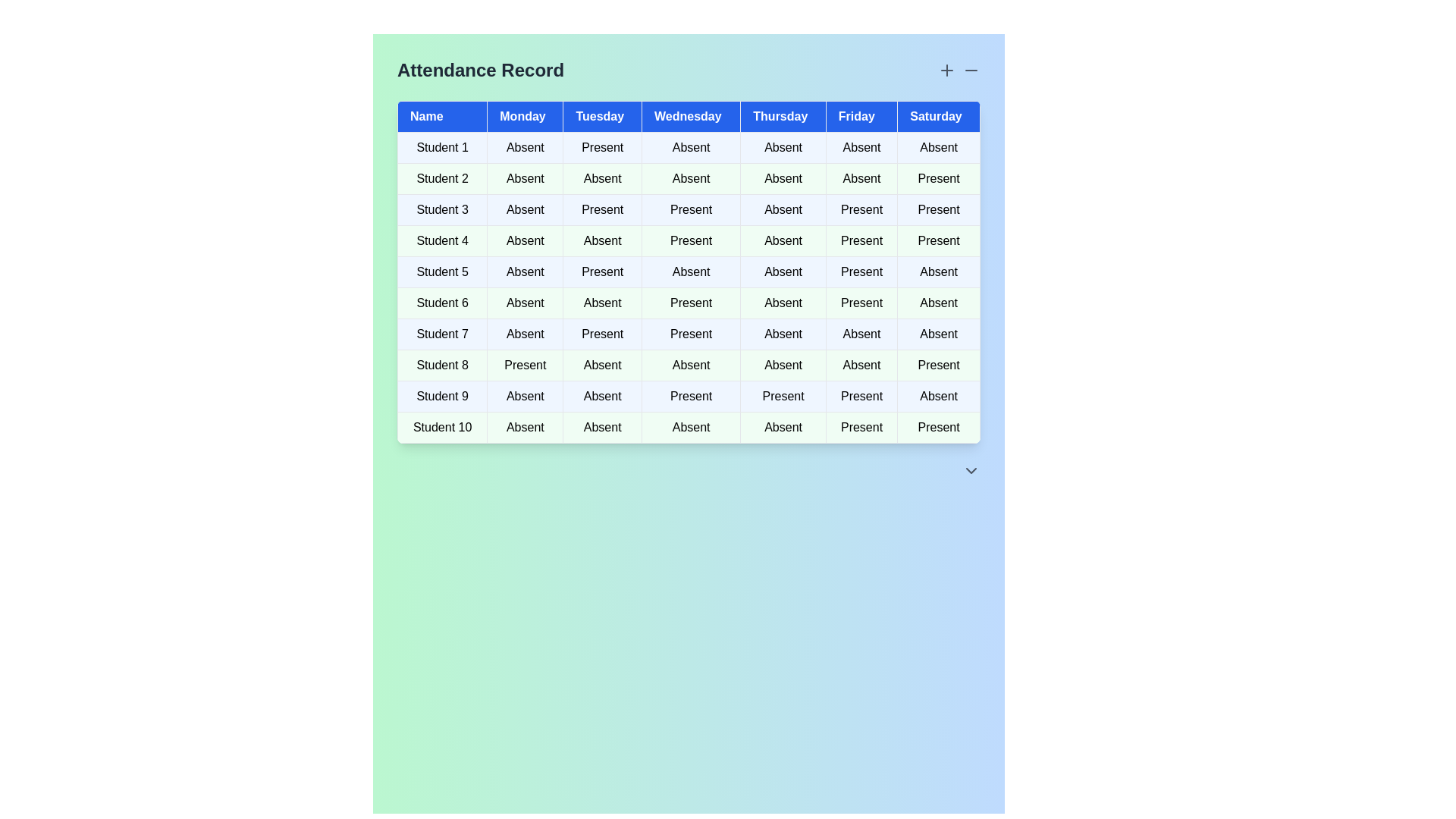  I want to click on the 'Minus' icon to remove a record, so click(971, 70).